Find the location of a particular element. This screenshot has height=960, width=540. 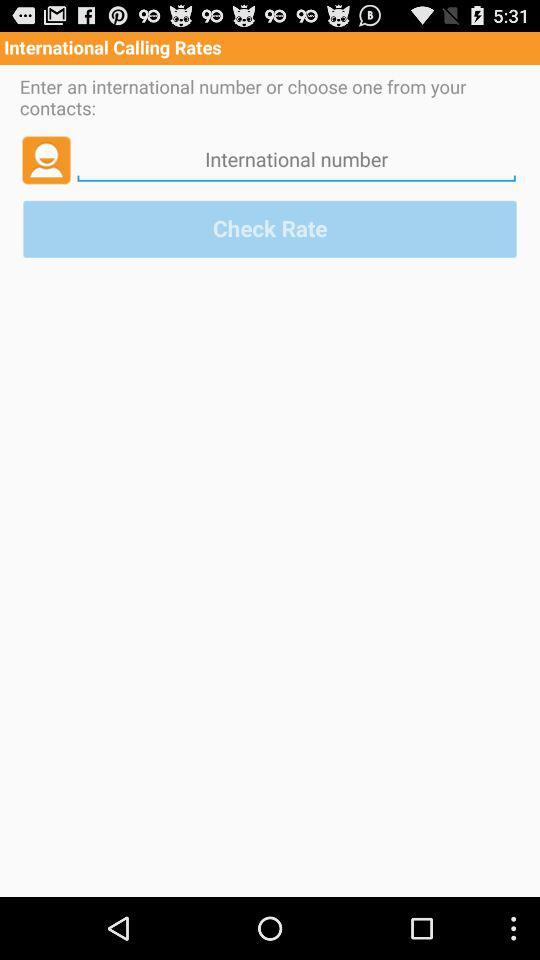

the icon at the top left corner is located at coordinates (46, 158).